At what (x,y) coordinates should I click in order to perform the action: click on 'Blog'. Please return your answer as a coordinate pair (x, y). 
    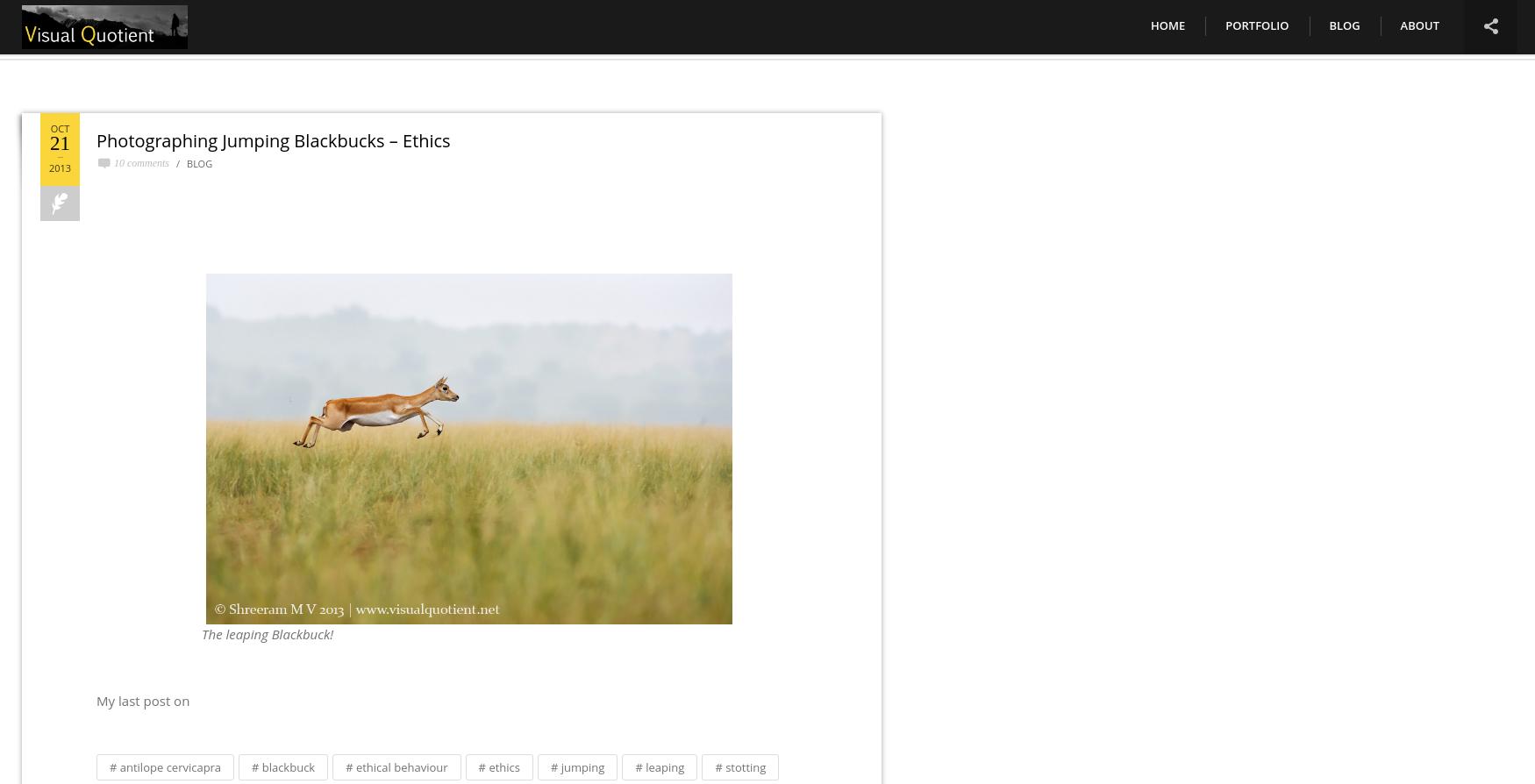
    Looking at the image, I should click on (186, 163).